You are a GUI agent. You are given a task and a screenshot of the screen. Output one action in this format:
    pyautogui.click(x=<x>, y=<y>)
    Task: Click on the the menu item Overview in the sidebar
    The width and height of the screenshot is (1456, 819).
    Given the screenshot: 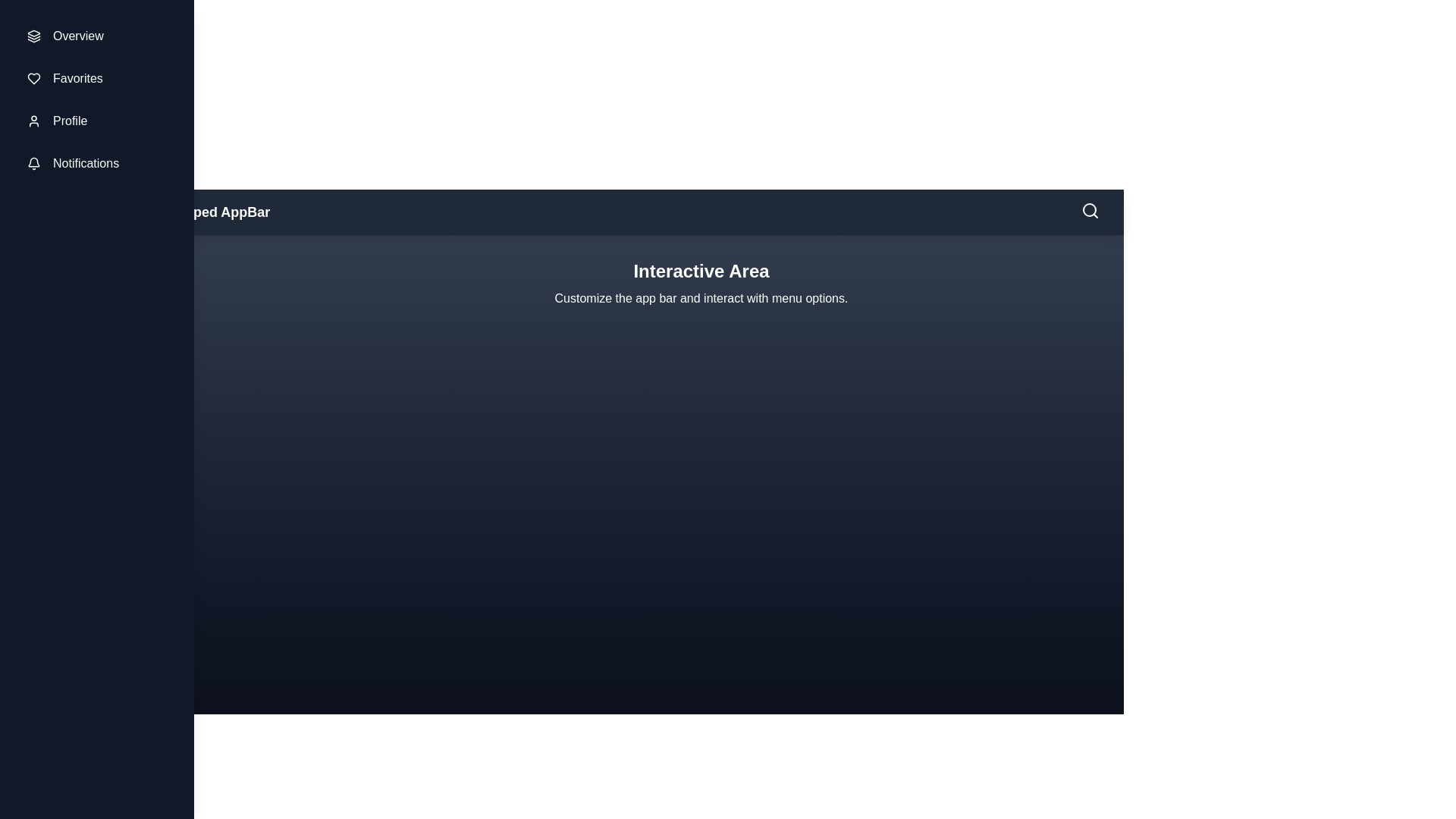 What is the action you would take?
    pyautogui.click(x=96, y=35)
    